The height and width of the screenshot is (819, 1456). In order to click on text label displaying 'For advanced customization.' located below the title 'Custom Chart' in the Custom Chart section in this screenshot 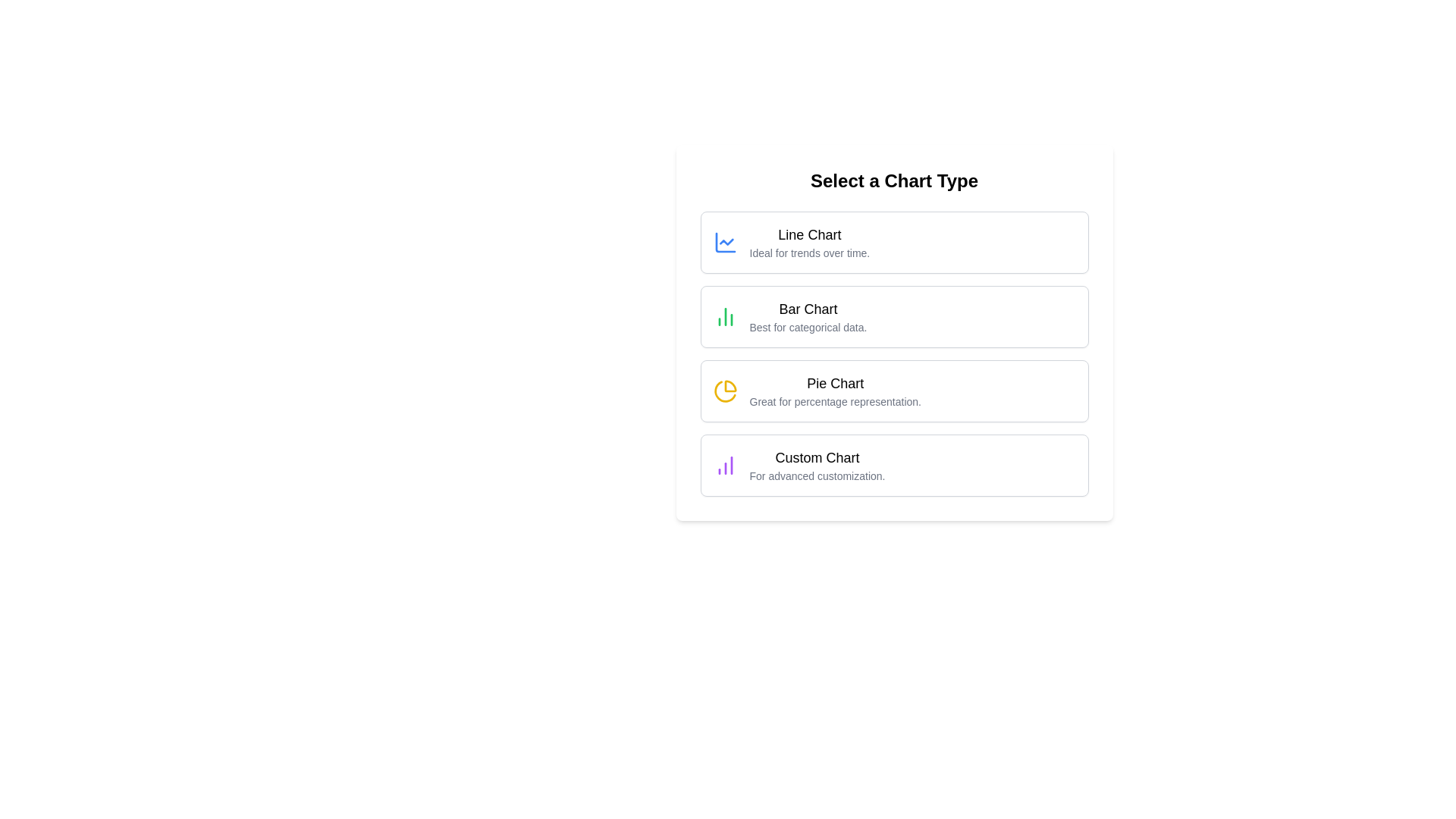, I will do `click(817, 475)`.